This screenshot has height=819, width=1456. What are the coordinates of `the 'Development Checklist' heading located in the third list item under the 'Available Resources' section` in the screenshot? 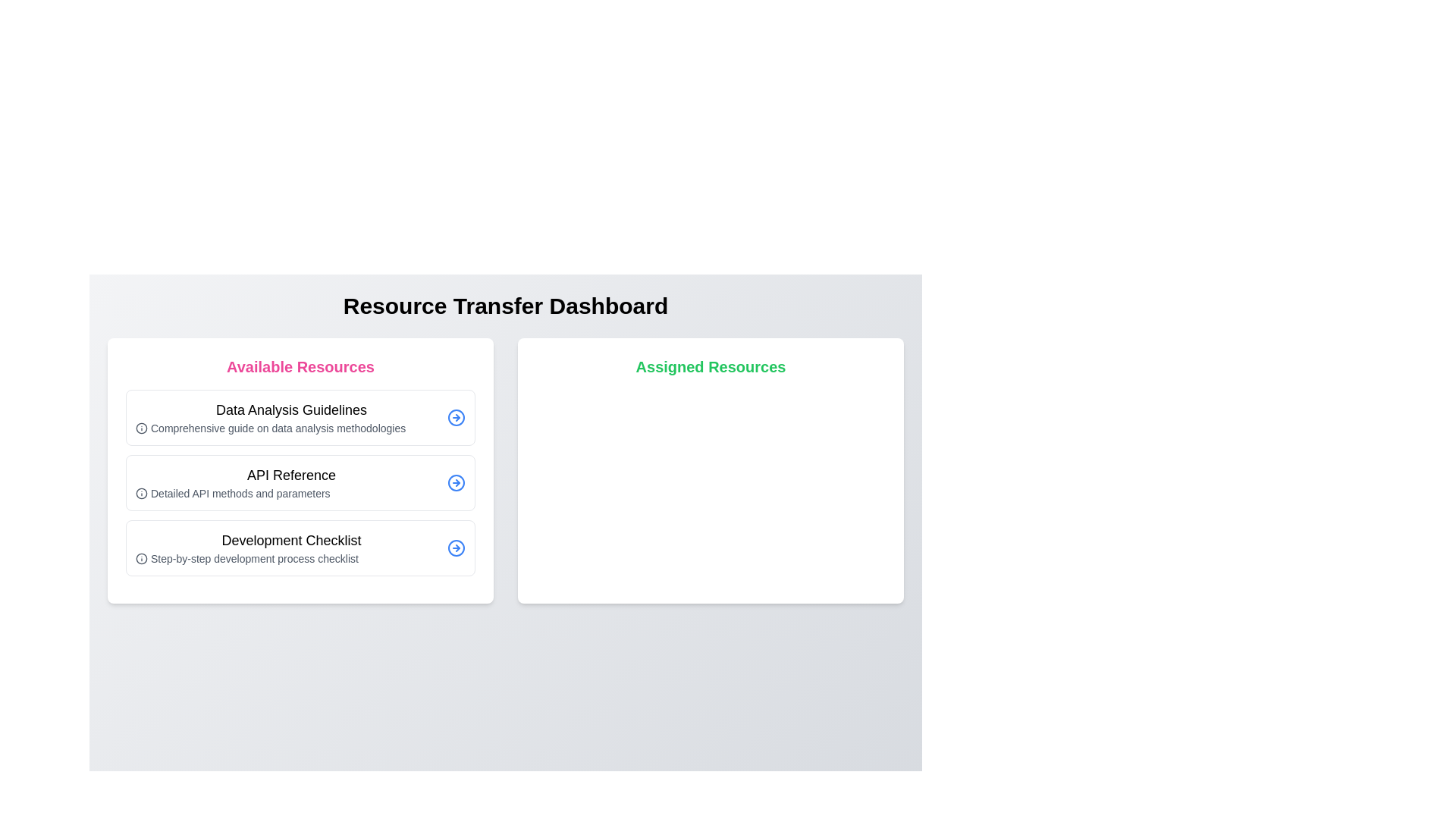 It's located at (291, 540).